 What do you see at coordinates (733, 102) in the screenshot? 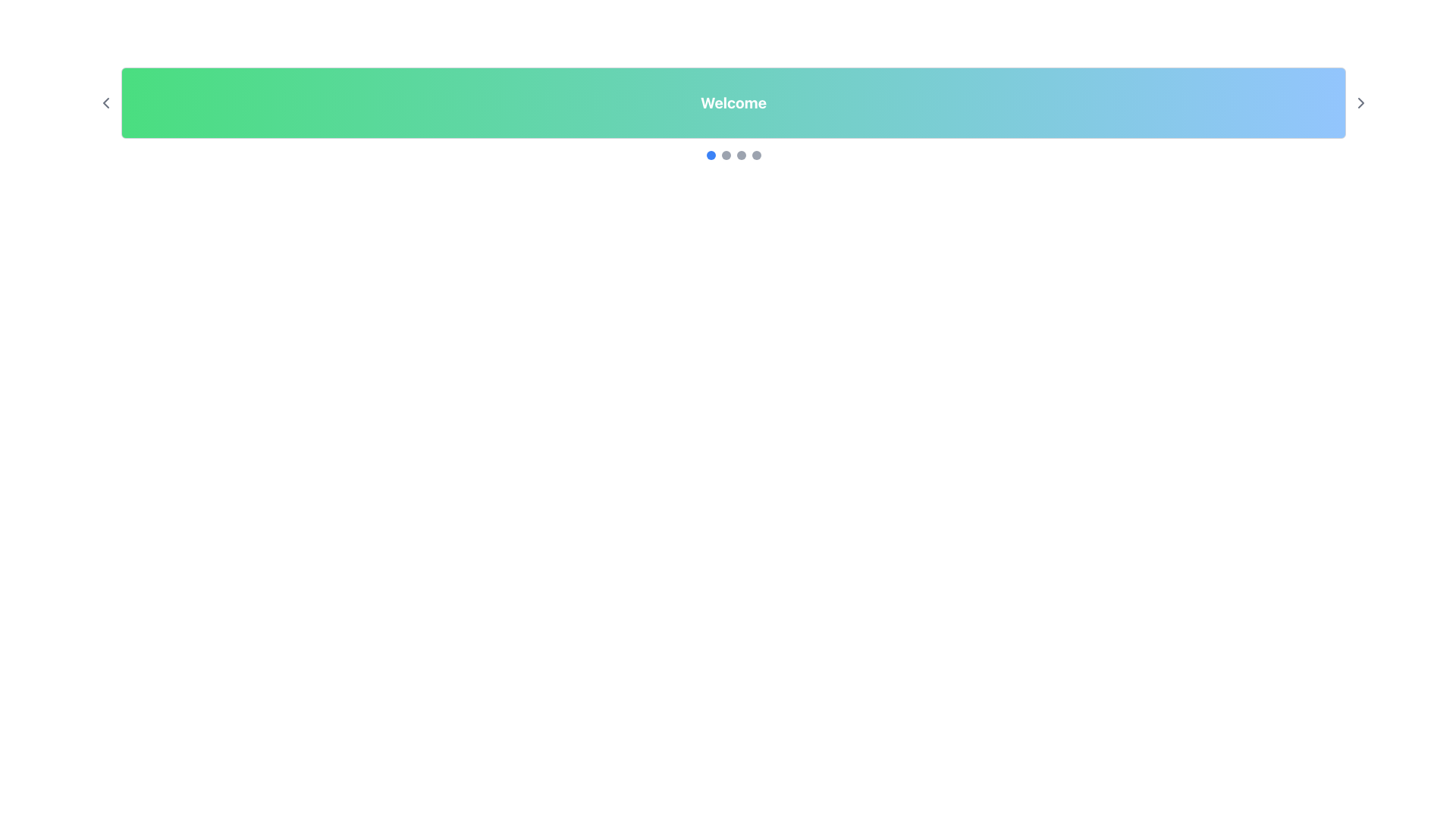
I see `text displayed on the 'Welcome' text label, which is in bold, large white font centered within a gradient background rectangular bar` at bounding box center [733, 102].